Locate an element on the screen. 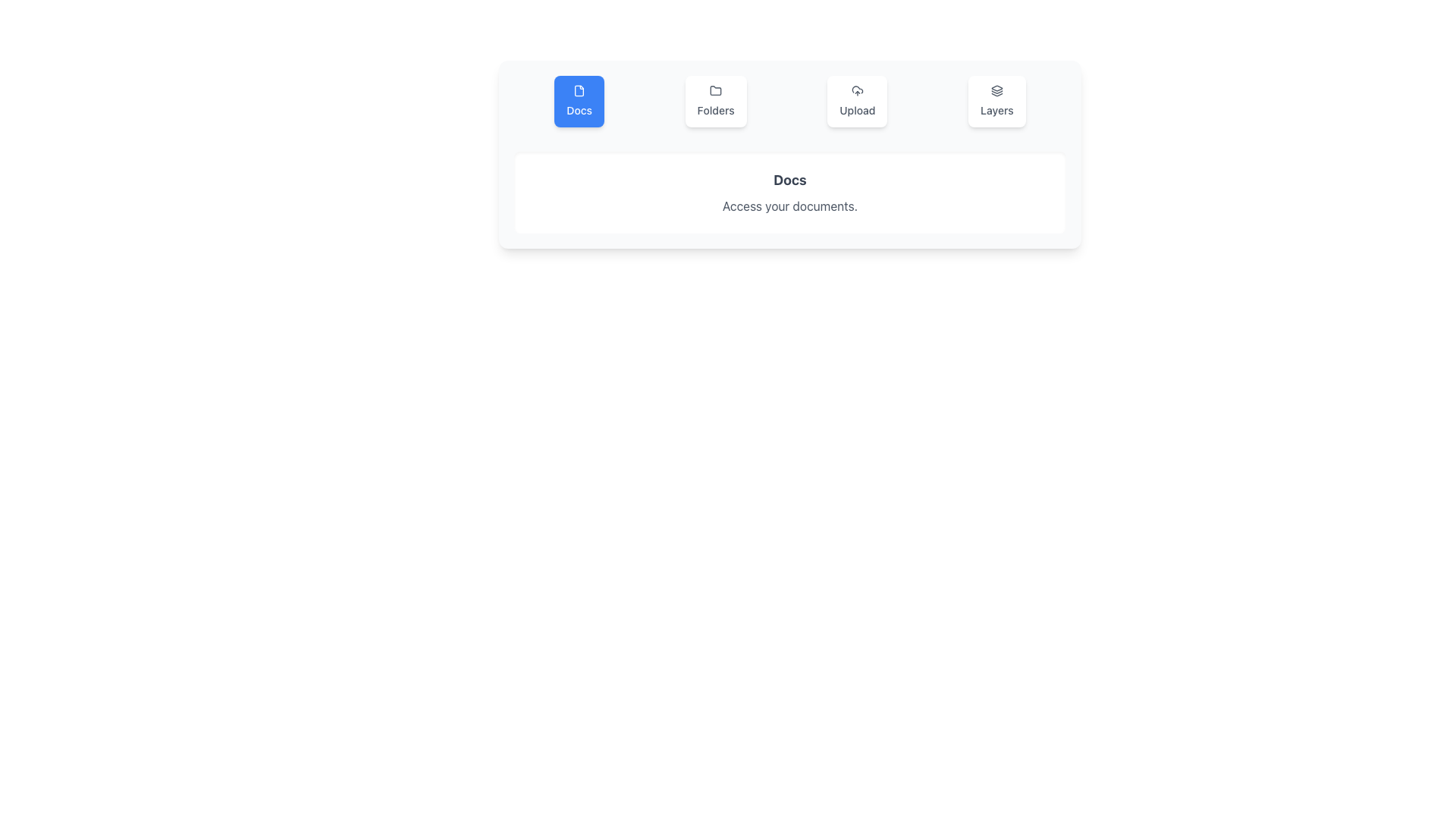 This screenshot has width=1456, height=819. the informational text located within the white panel below the title 'Docs', which provides instructions related to the 'Docs' section is located at coordinates (789, 206).